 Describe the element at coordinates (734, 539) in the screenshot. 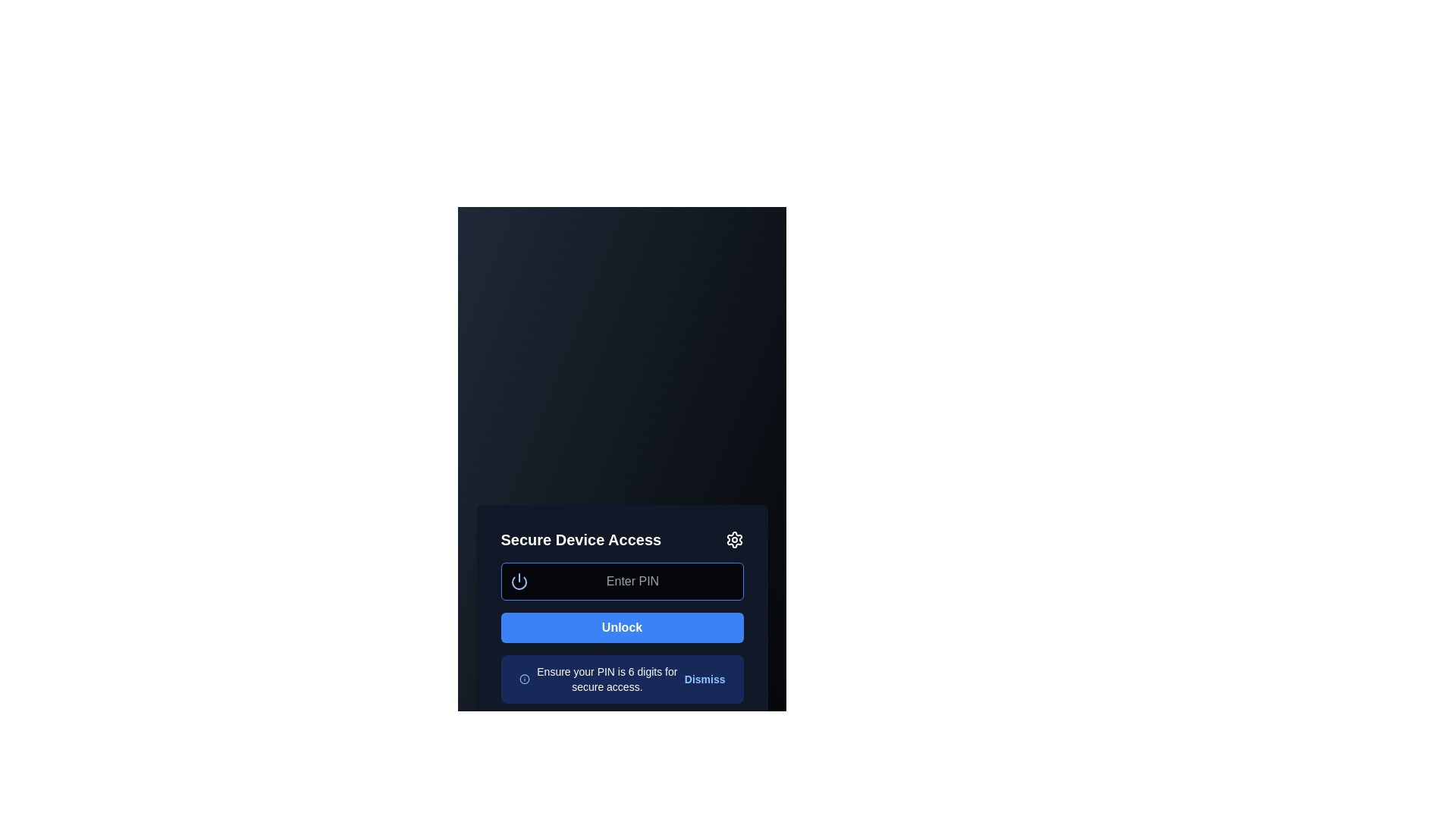

I see `the gear-shaped settings icon located in the top-right corner of the 'Secure Device Access' module` at that location.